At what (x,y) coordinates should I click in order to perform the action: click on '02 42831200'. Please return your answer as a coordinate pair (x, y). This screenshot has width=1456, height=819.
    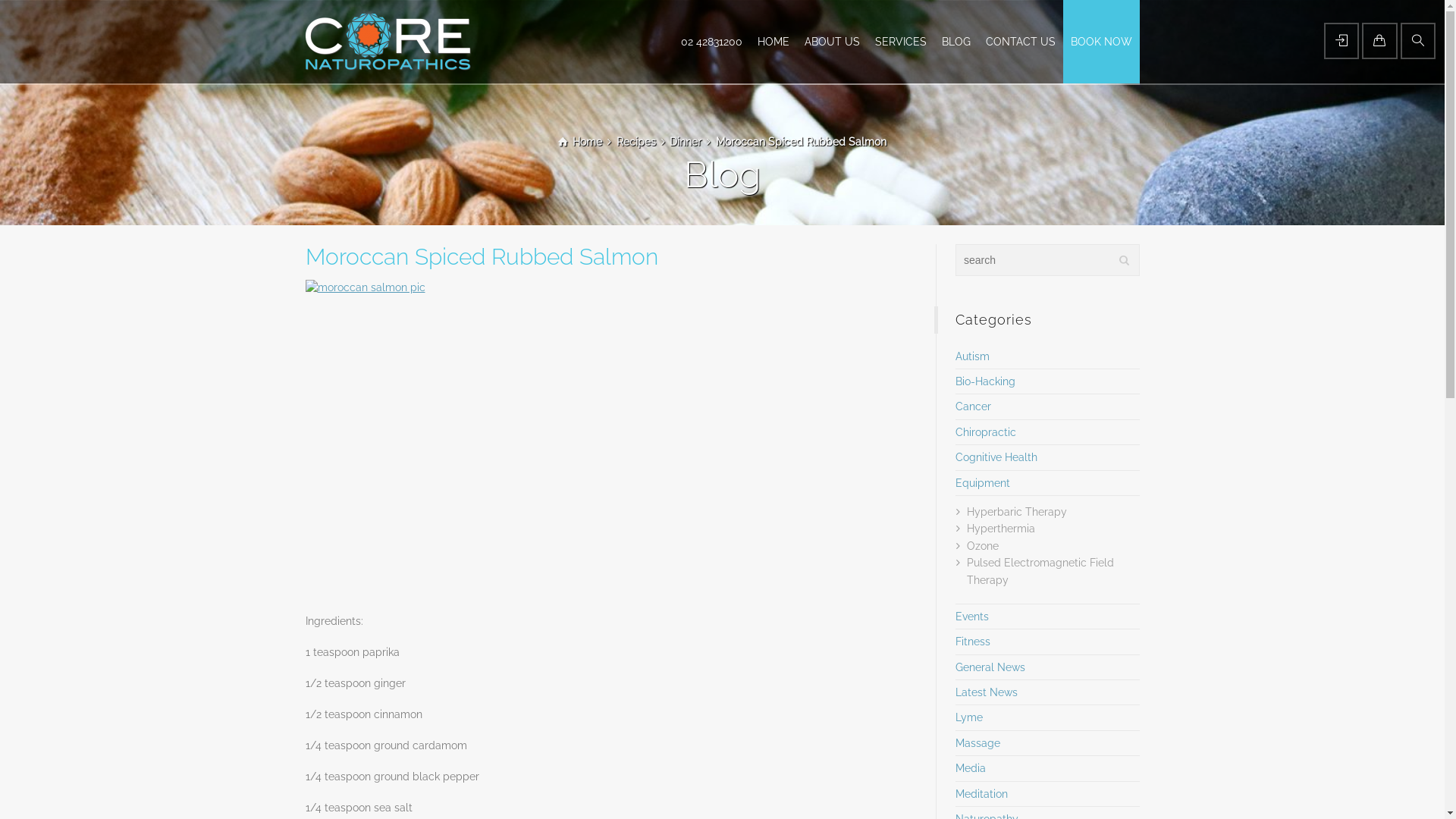
    Looking at the image, I should click on (711, 40).